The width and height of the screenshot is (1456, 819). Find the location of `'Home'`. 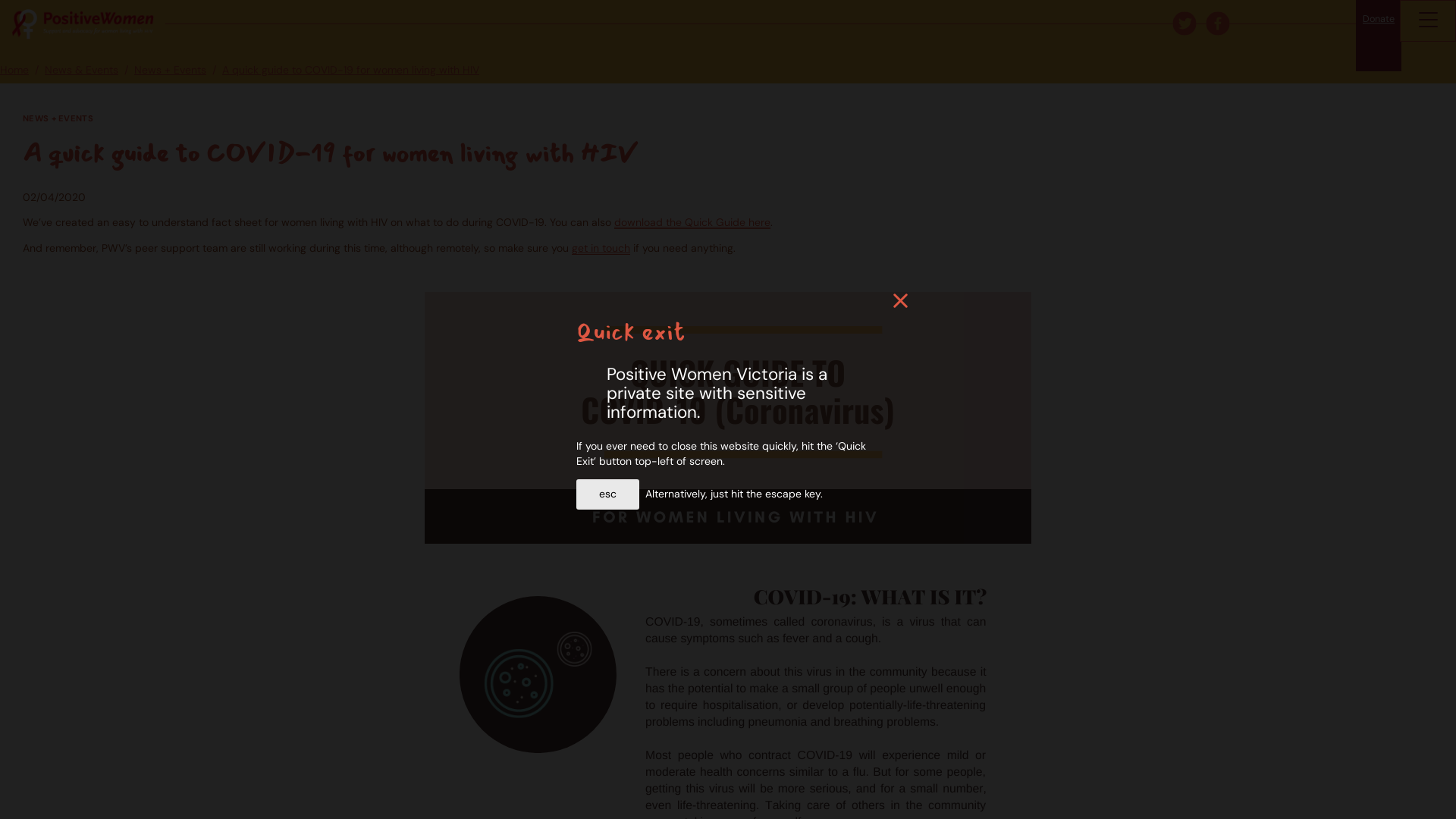

'Home' is located at coordinates (14, 70).